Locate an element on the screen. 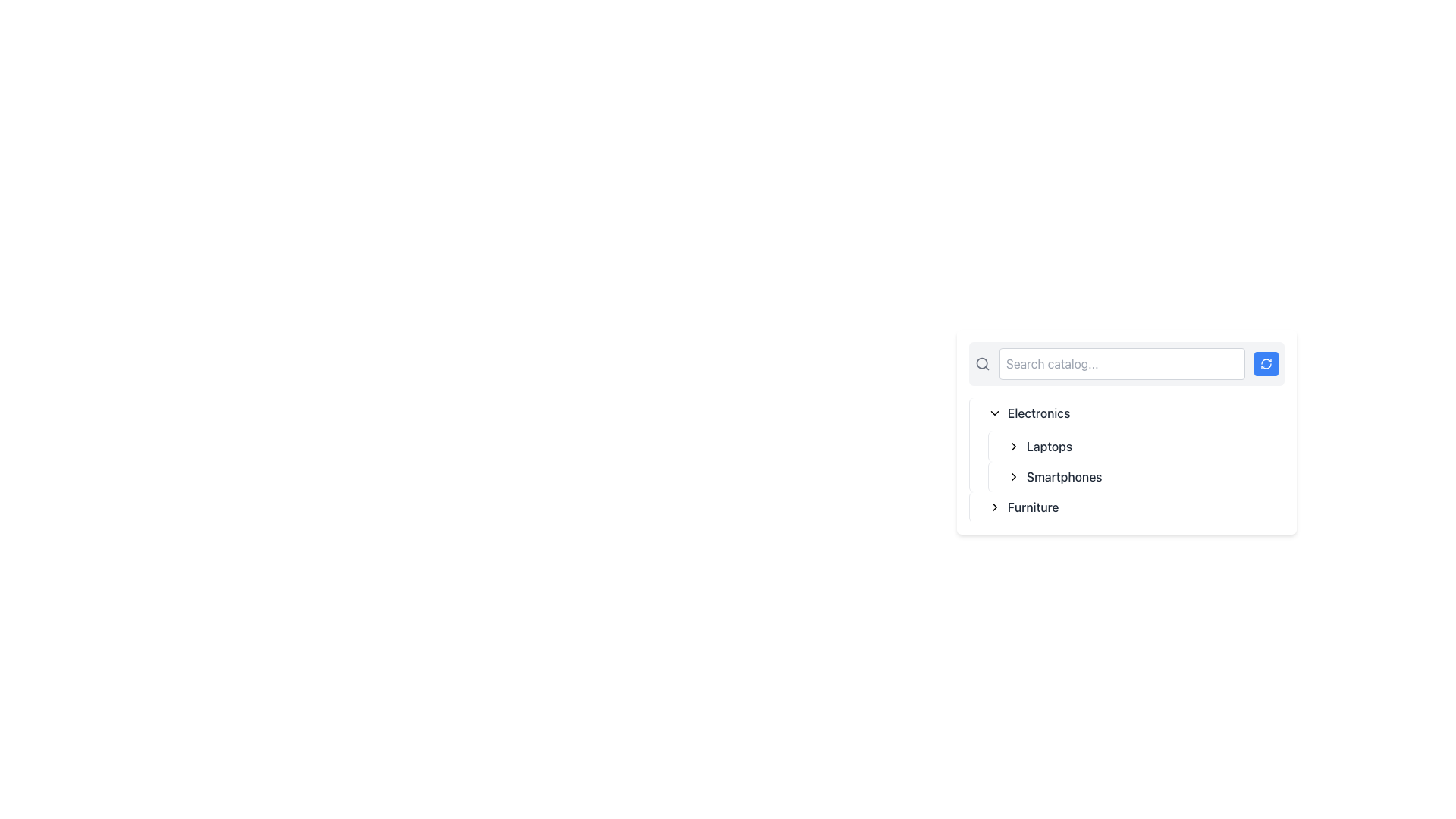 The image size is (1456, 819). the 'Furniture' interactive list item, which is the fourth item is located at coordinates (1127, 507).